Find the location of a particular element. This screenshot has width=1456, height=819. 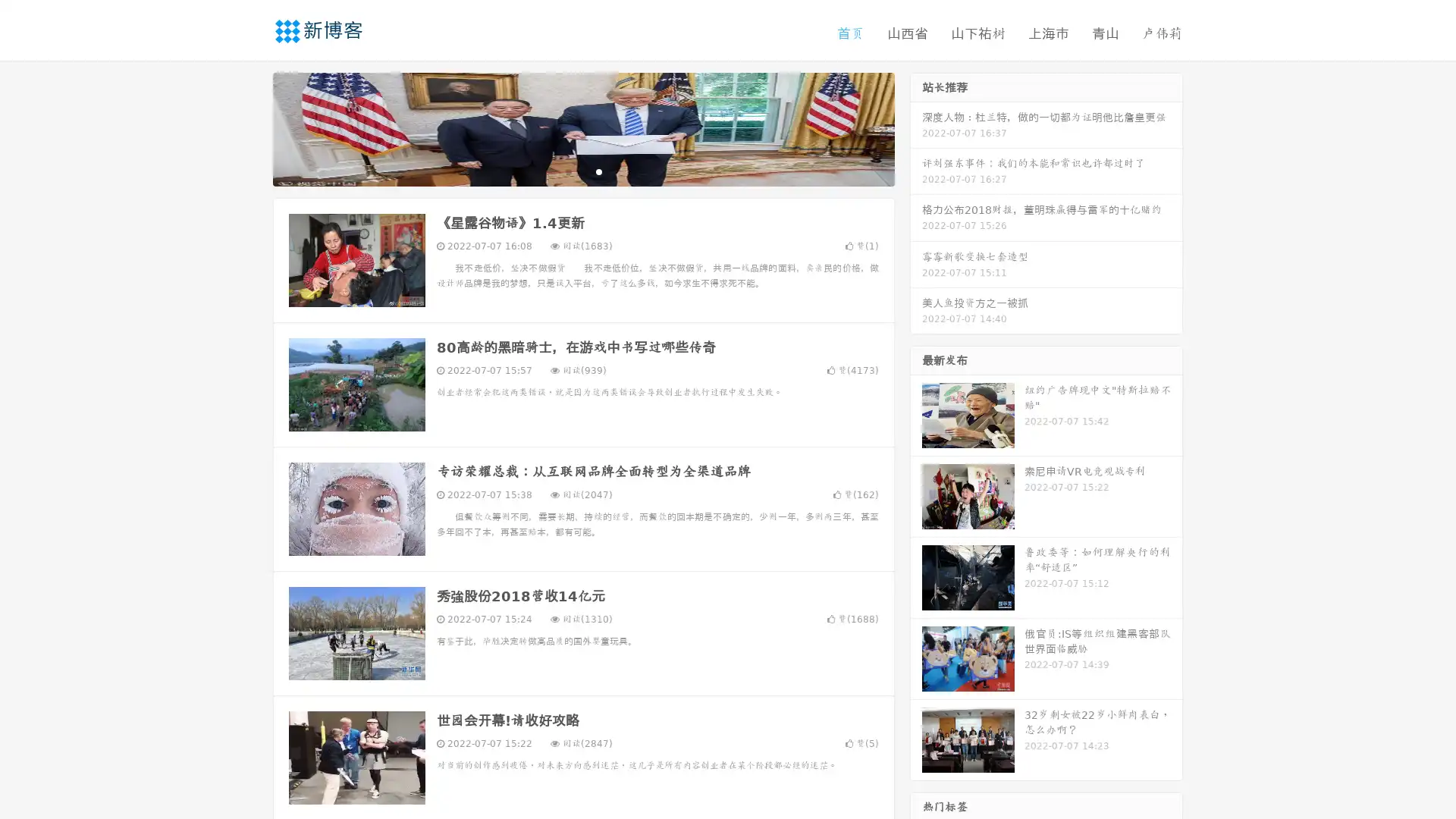

Previous slide is located at coordinates (250, 127).